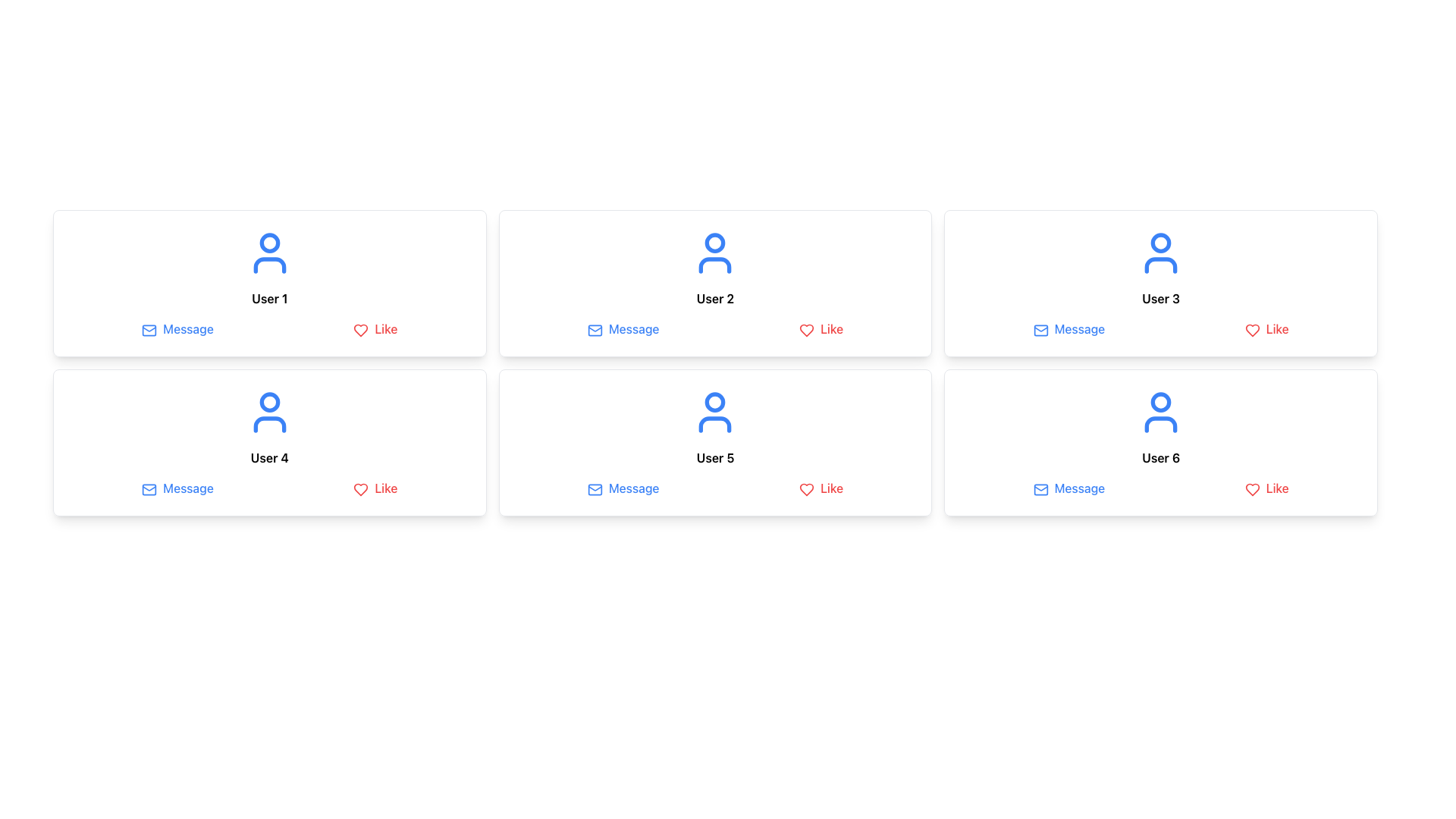 The width and height of the screenshot is (1456, 819). What do you see at coordinates (269, 457) in the screenshot?
I see `text displayed in the bold, centered text label showing 'User 4', located beneath the blue user avatar and above the 'Message' and 'Like' buttons` at bounding box center [269, 457].